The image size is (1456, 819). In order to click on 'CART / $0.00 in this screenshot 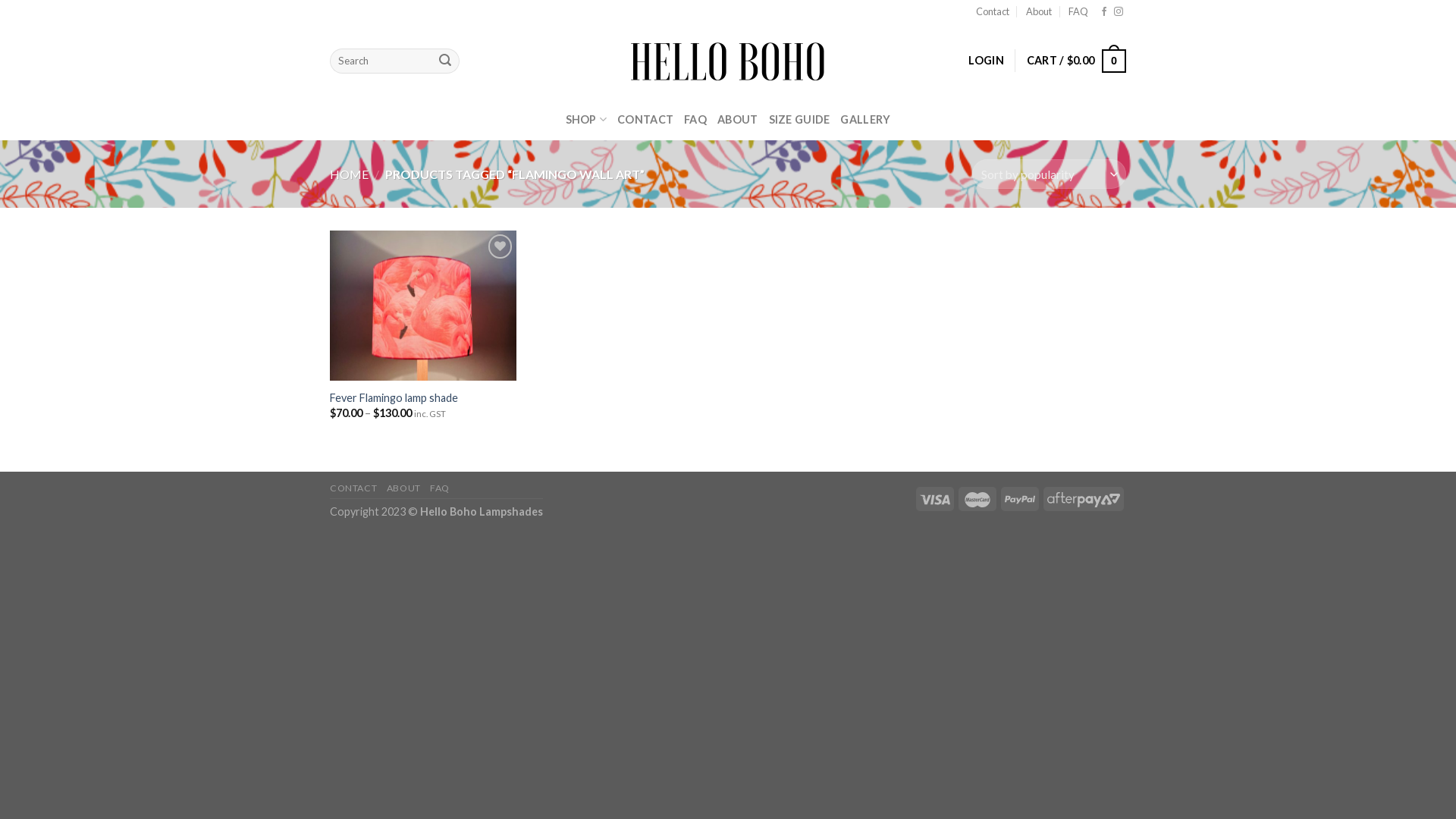, I will do `click(1075, 60)`.